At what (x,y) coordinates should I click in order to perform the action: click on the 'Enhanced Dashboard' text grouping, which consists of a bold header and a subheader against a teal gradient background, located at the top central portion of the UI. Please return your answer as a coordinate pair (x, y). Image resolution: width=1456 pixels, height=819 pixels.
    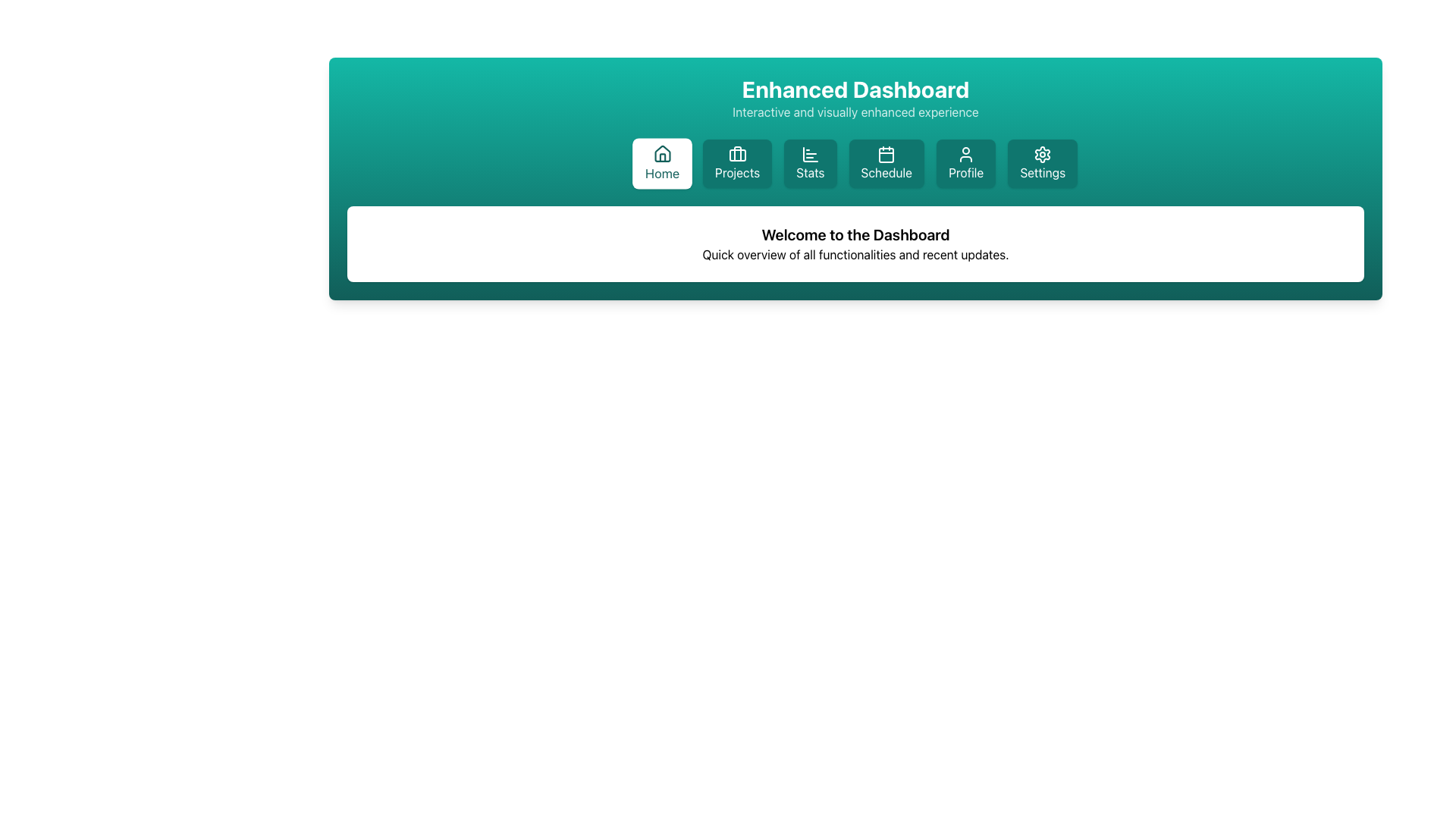
    Looking at the image, I should click on (855, 99).